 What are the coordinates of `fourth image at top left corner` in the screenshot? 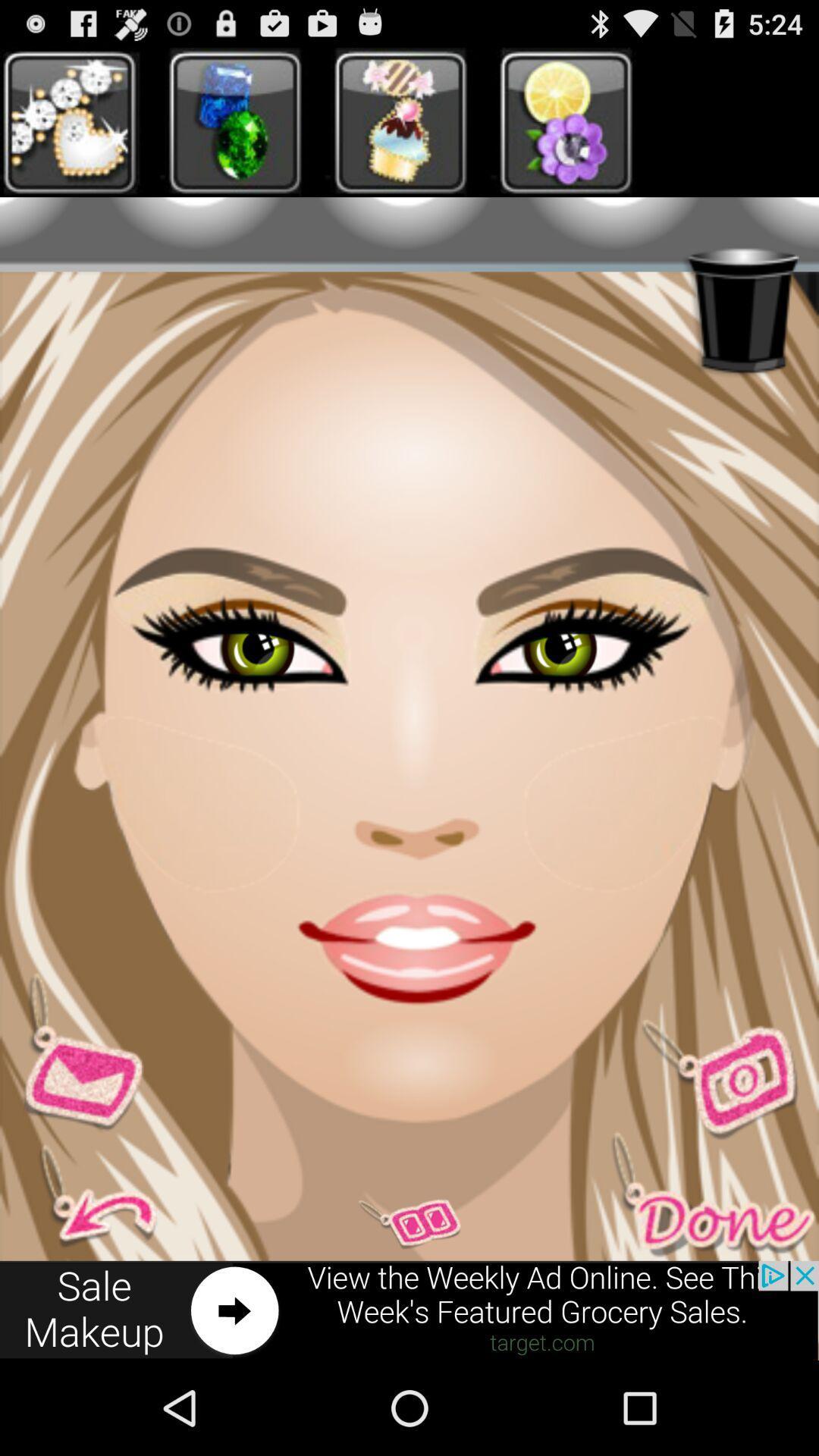 It's located at (566, 122).